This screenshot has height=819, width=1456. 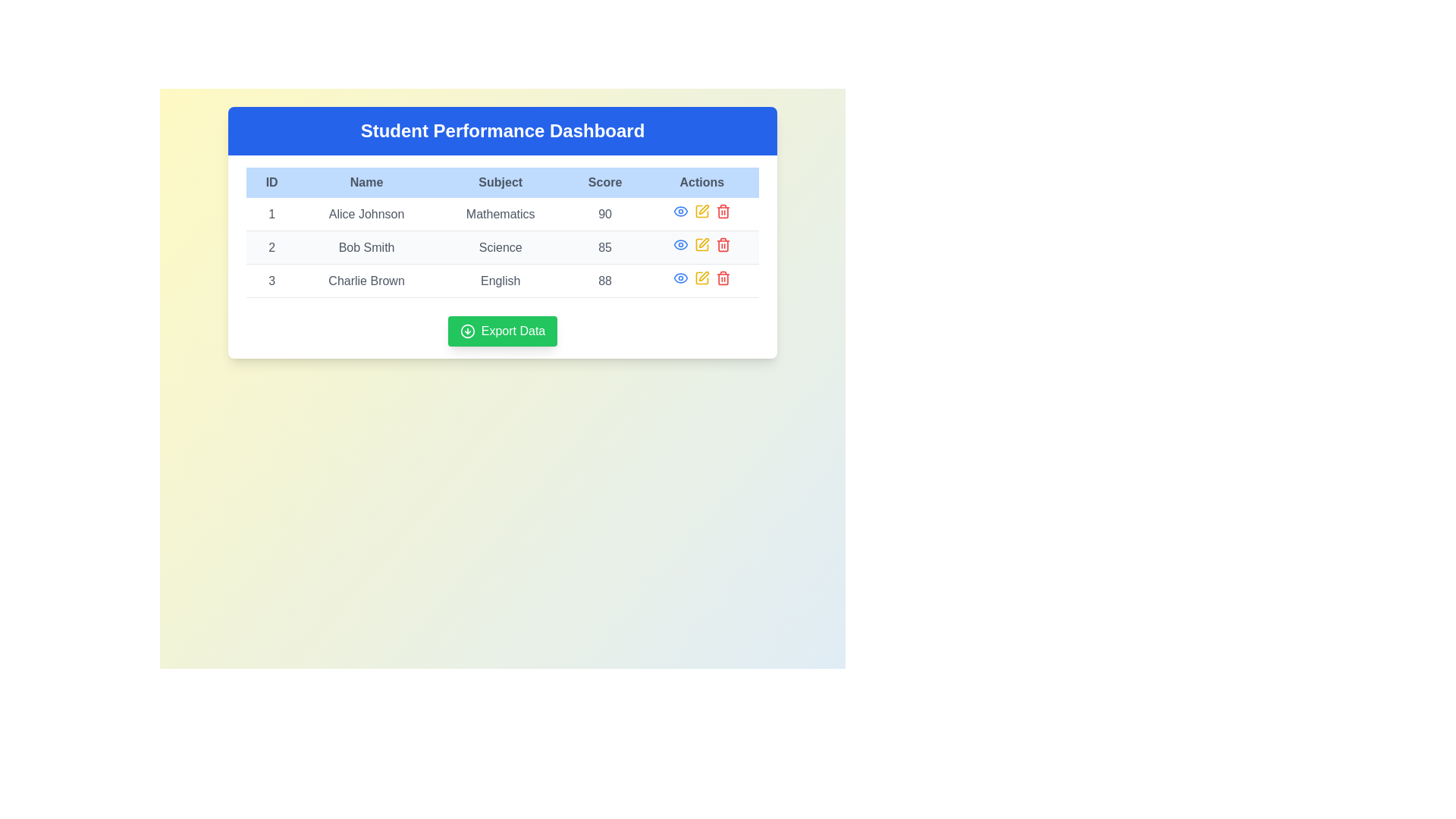 I want to click on the title text element that provides a clear description of the student performance dashboard, located at the top of the interface in a blue header section, so click(x=502, y=130).